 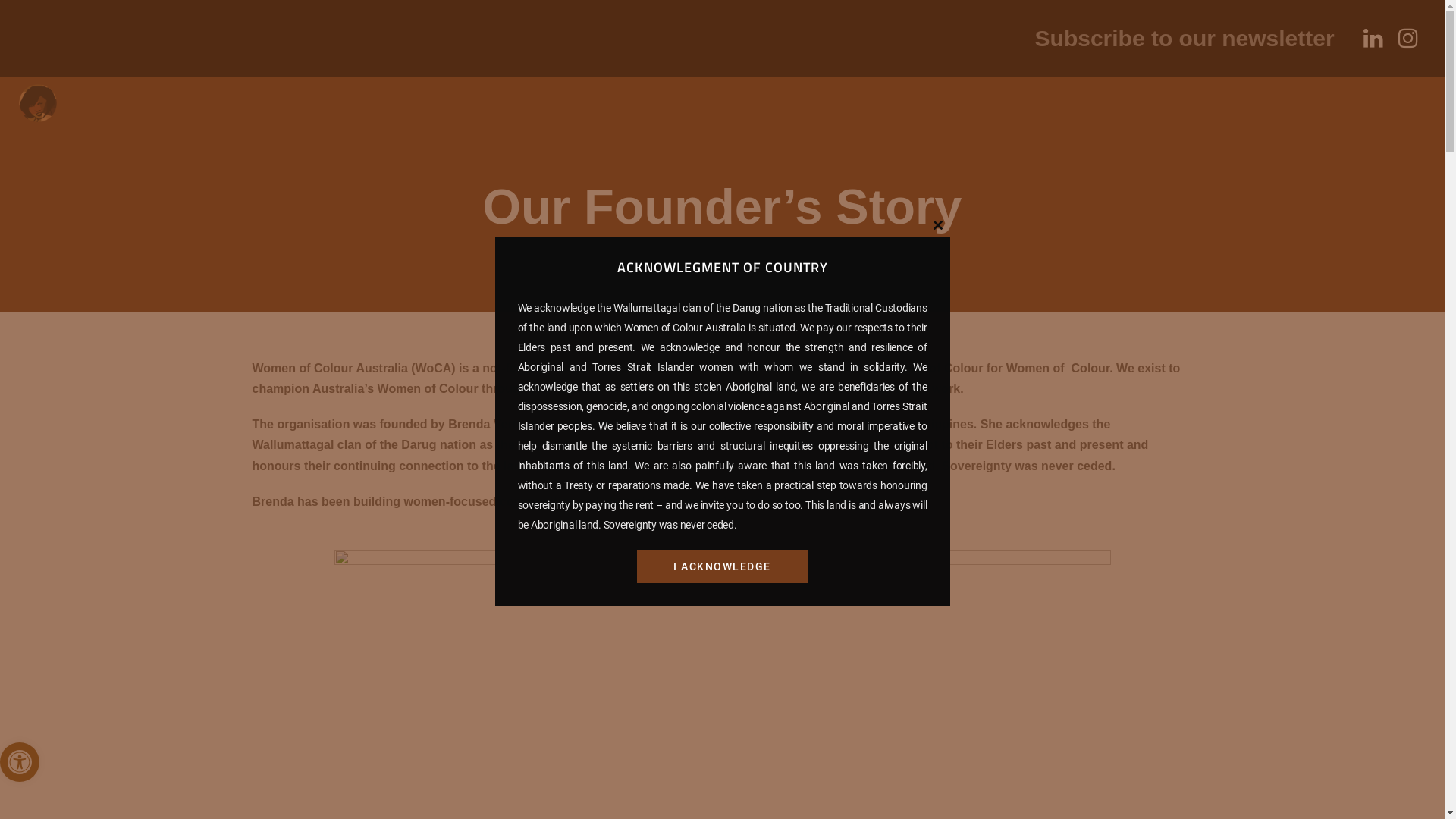 I want to click on 'WOC-Logo-Trans-1000x1000px', so click(x=37, y=102).